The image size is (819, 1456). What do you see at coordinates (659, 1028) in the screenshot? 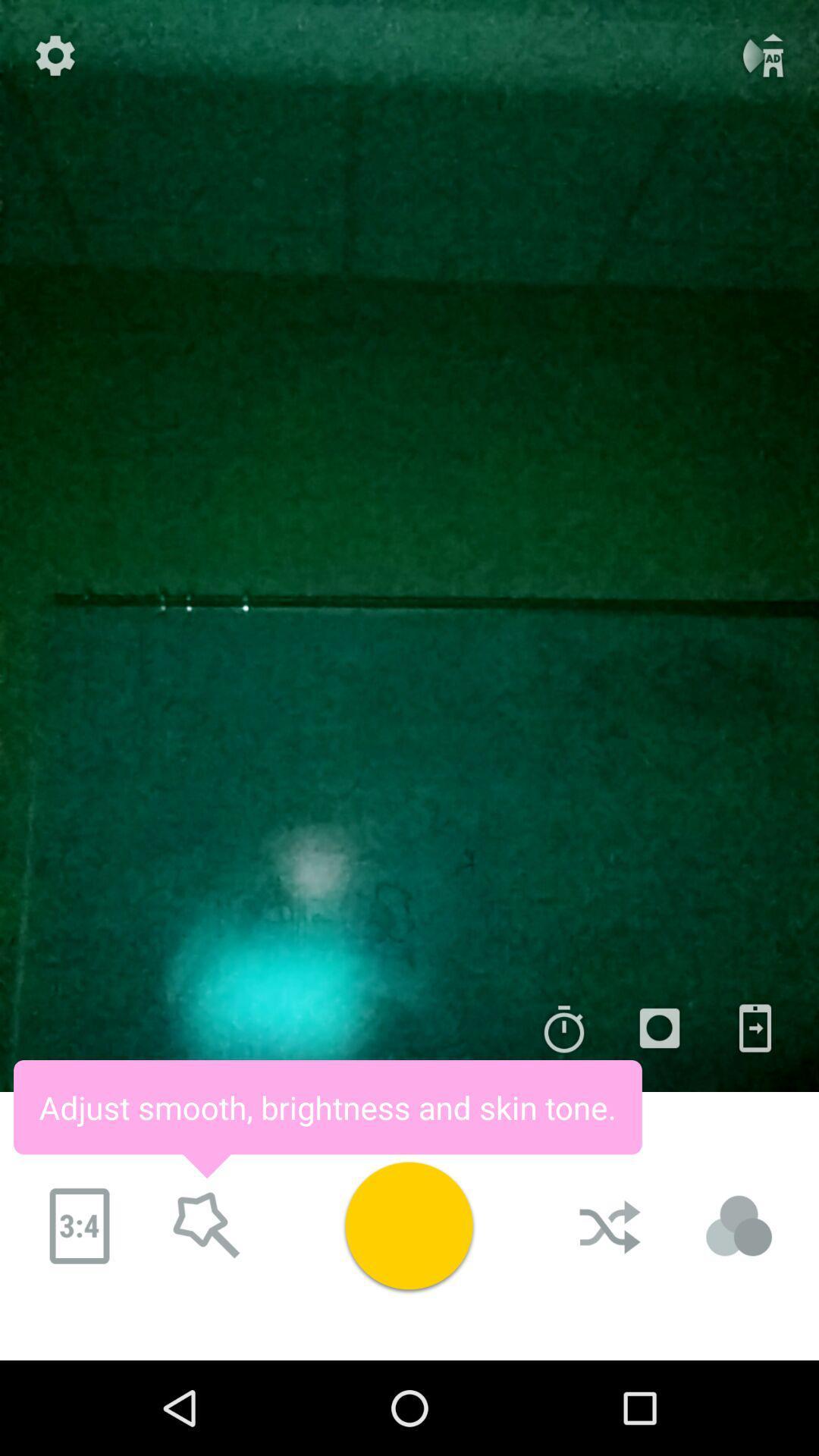
I see `icon` at bounding box center [659, 1028].